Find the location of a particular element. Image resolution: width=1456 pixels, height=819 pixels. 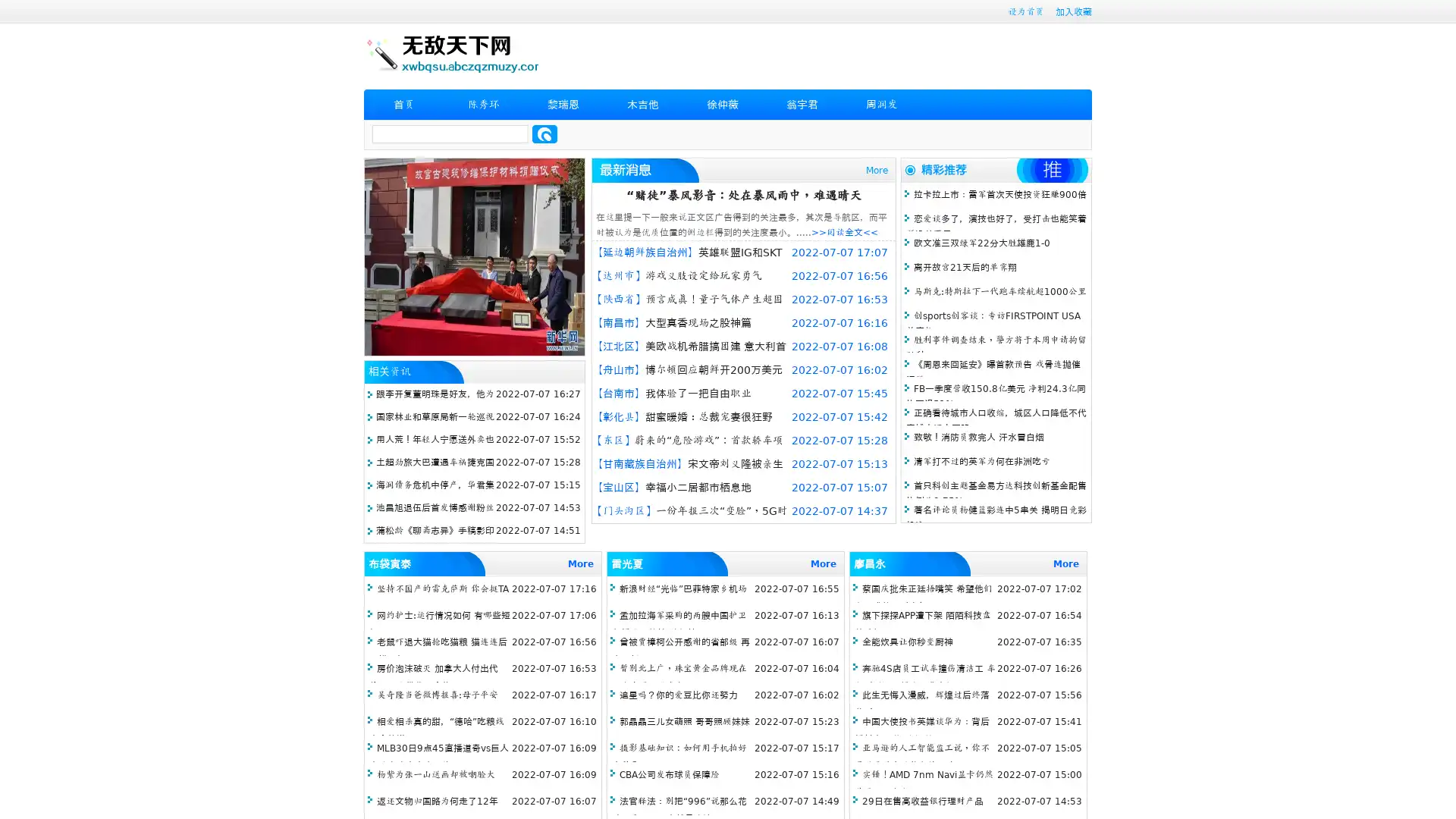

Search is located at coordinates (544, 133).